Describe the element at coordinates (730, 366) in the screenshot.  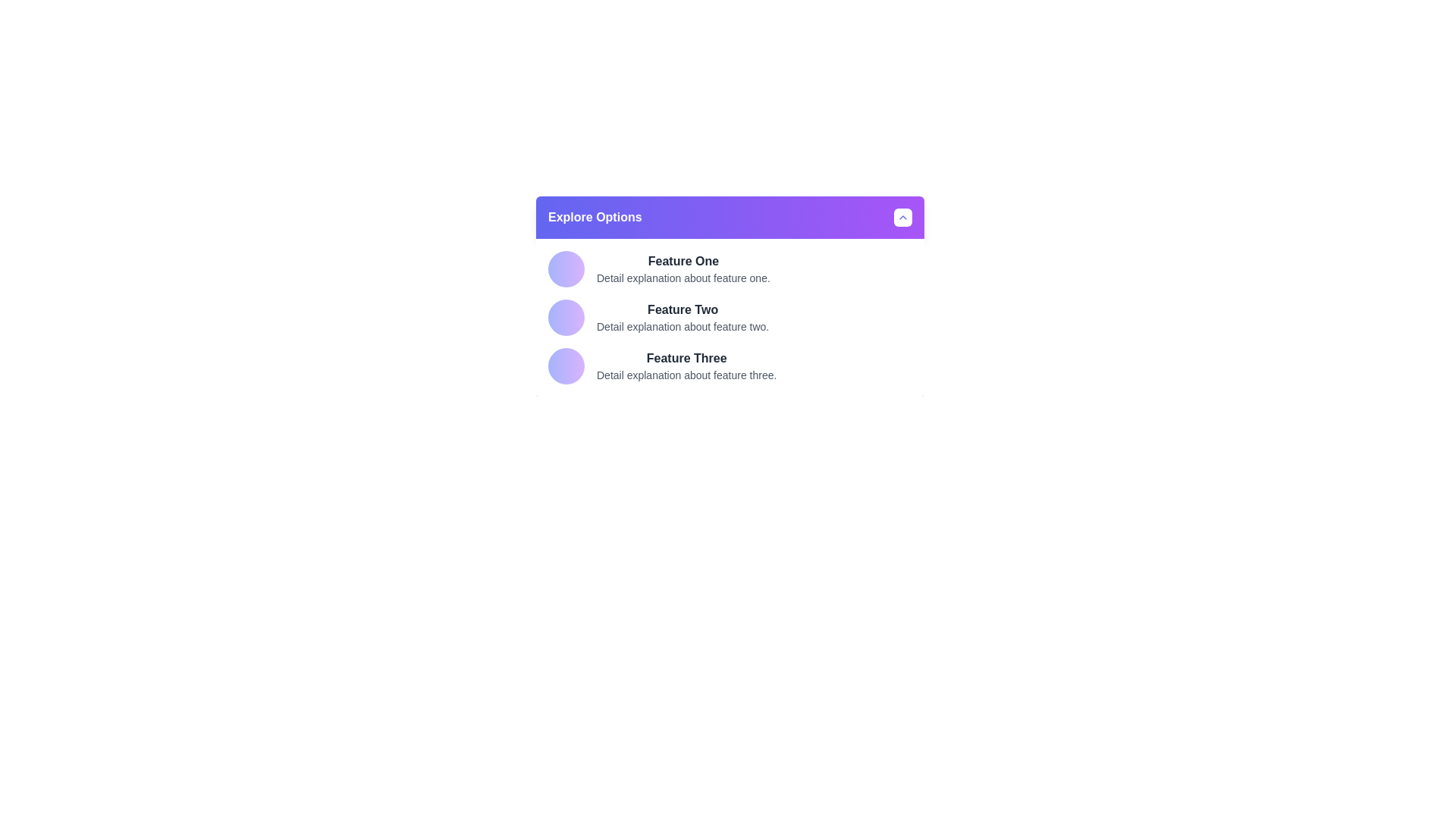
I see `the third descriptive list item containing text and an icon, which is located between 'Feature Two' and the subsequent elements in a vertically-aligned list` at that location.